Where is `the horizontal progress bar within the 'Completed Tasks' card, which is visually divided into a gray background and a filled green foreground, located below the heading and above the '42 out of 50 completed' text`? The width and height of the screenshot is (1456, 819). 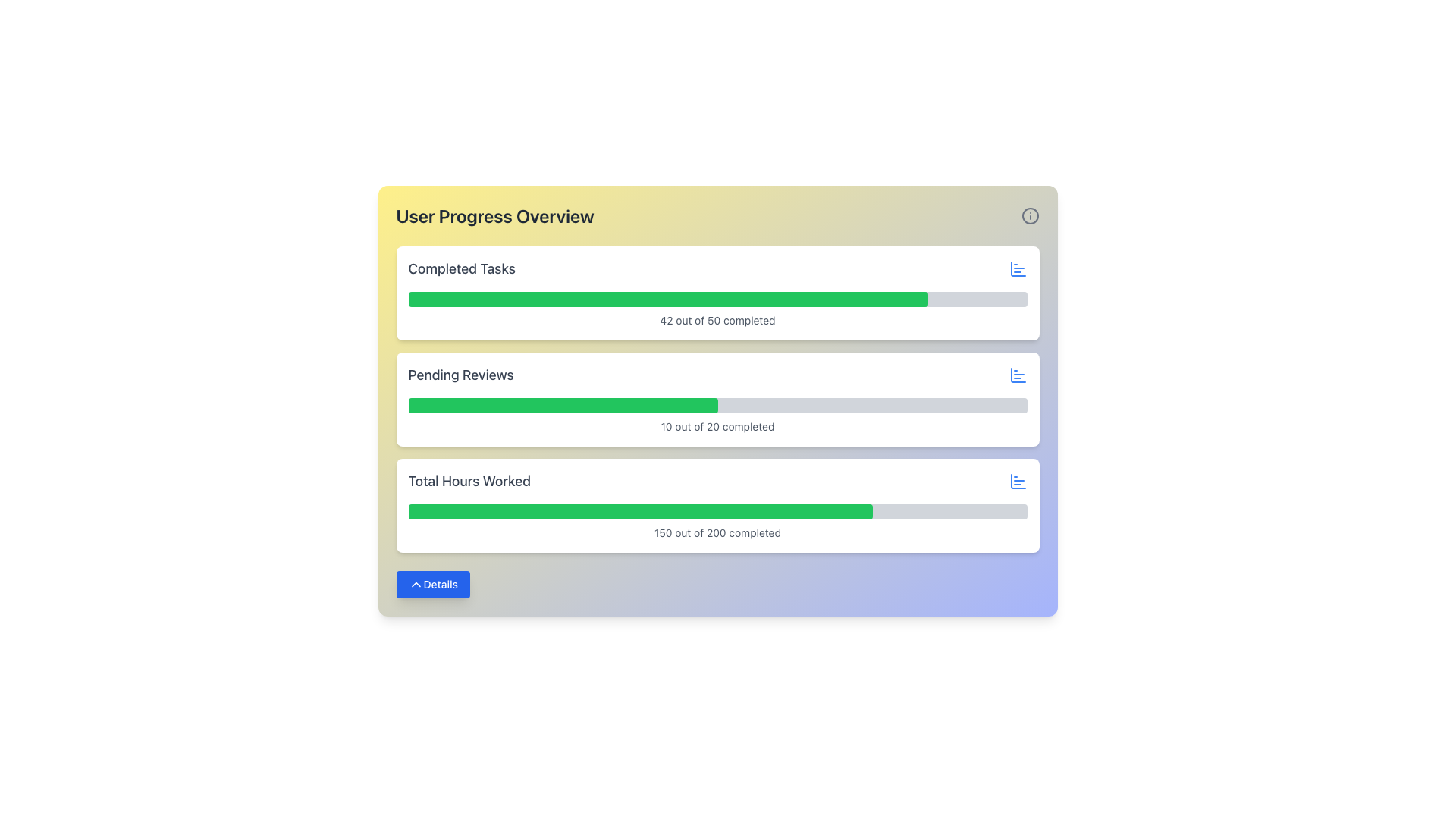 the horizontal progress bar within the 'Completed Tasks' card, which is visually divided into a gray background and a filled green foreground, located below the heading and above the '42 out of 50 completed' text is located at coordinates (717, 299).